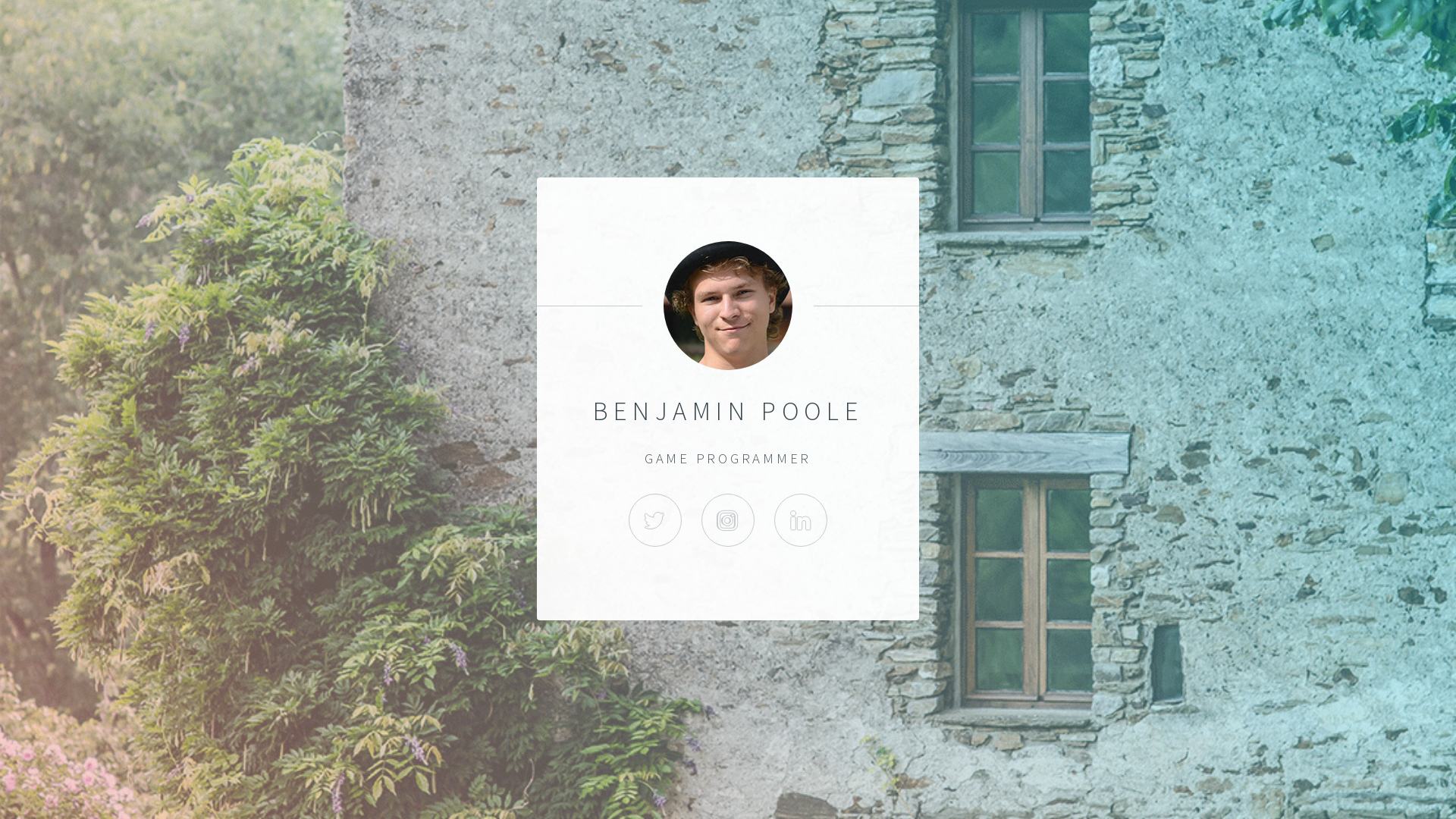 The image size is (1456, 819). I want to click on 'INSTAGRAM', so click(728, 519).